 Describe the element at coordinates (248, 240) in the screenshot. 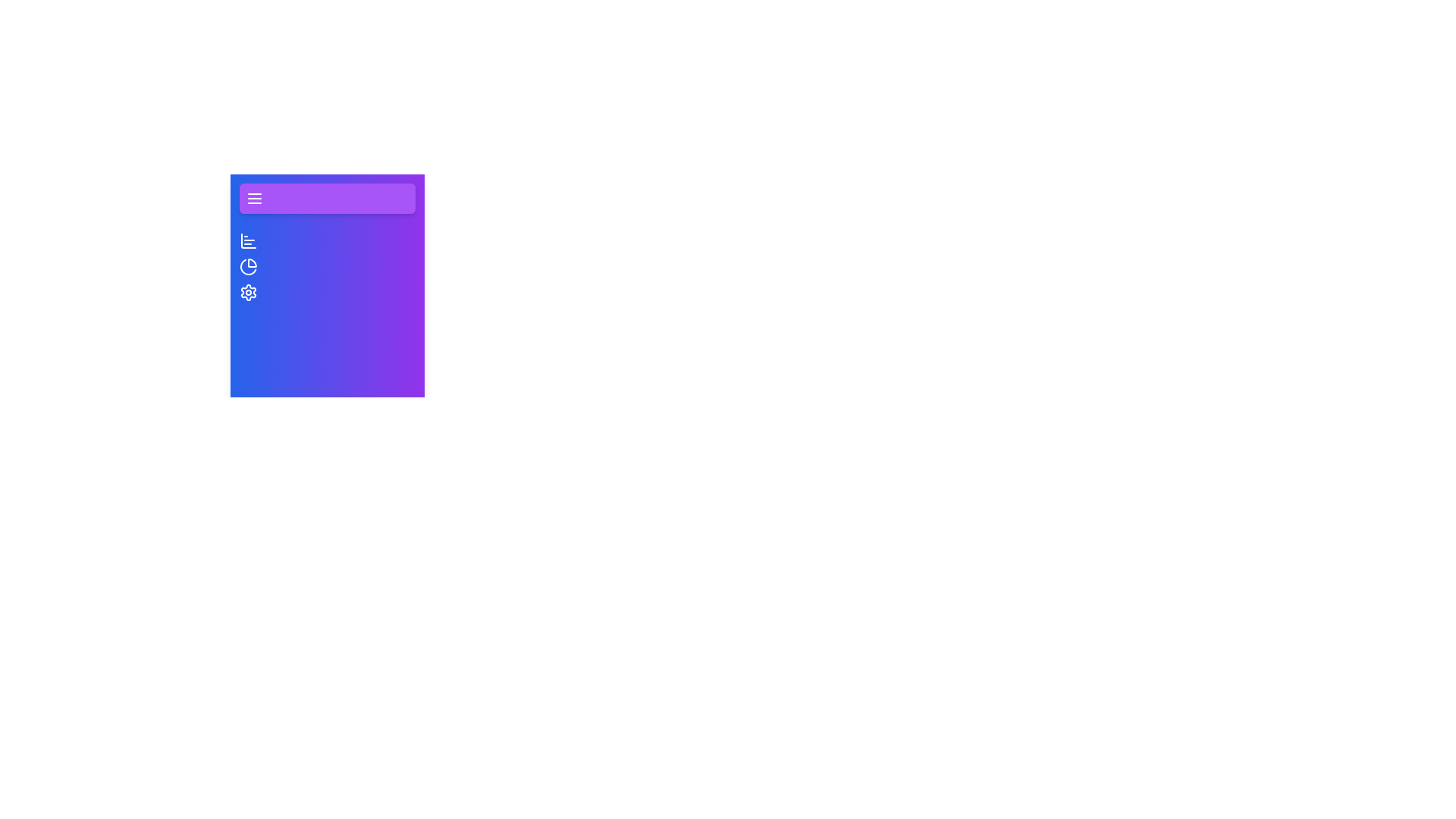

I see `the tab Overview` at that location.